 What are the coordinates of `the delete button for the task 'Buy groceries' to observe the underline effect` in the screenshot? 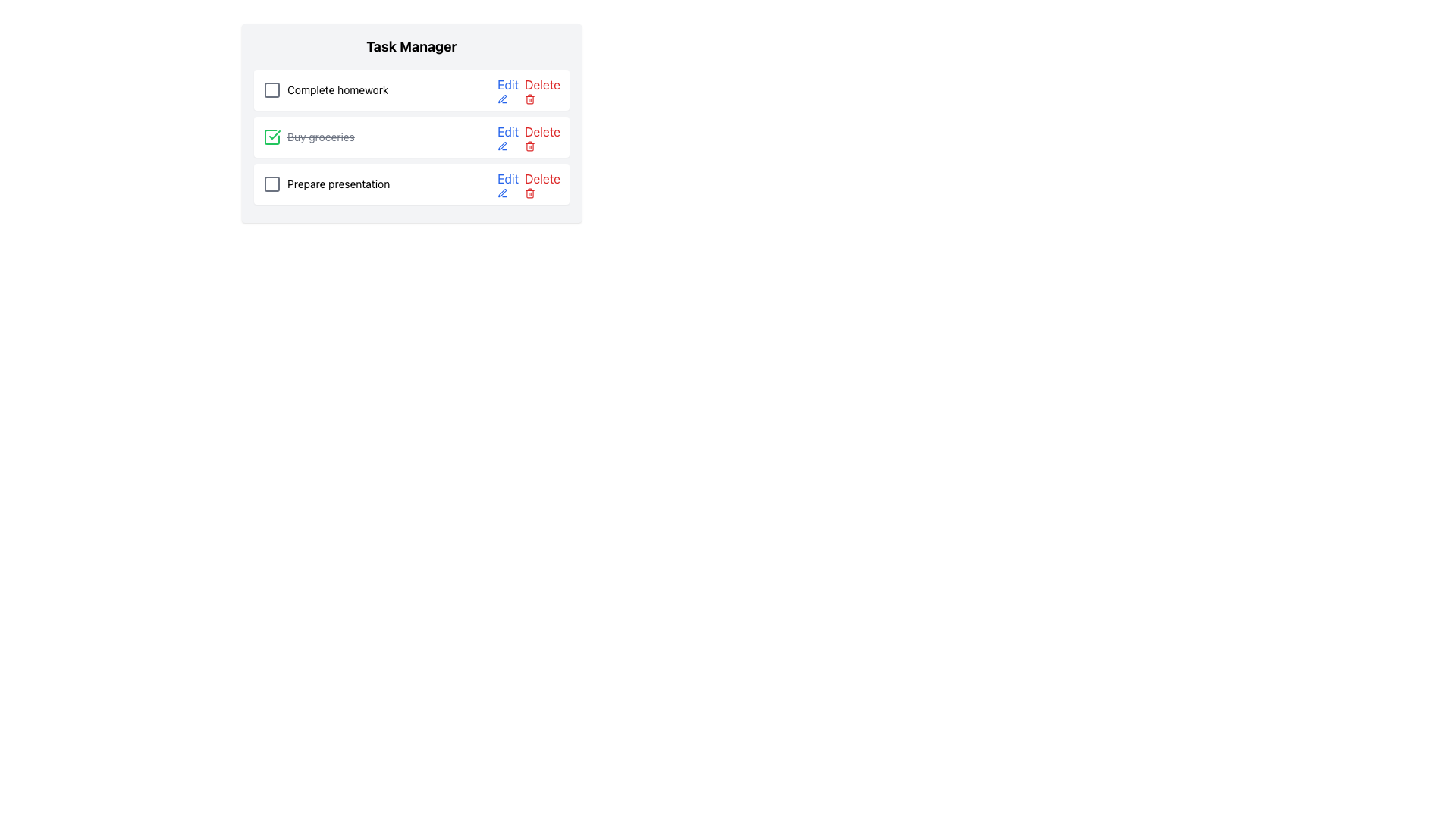 It's located at (542, 137).